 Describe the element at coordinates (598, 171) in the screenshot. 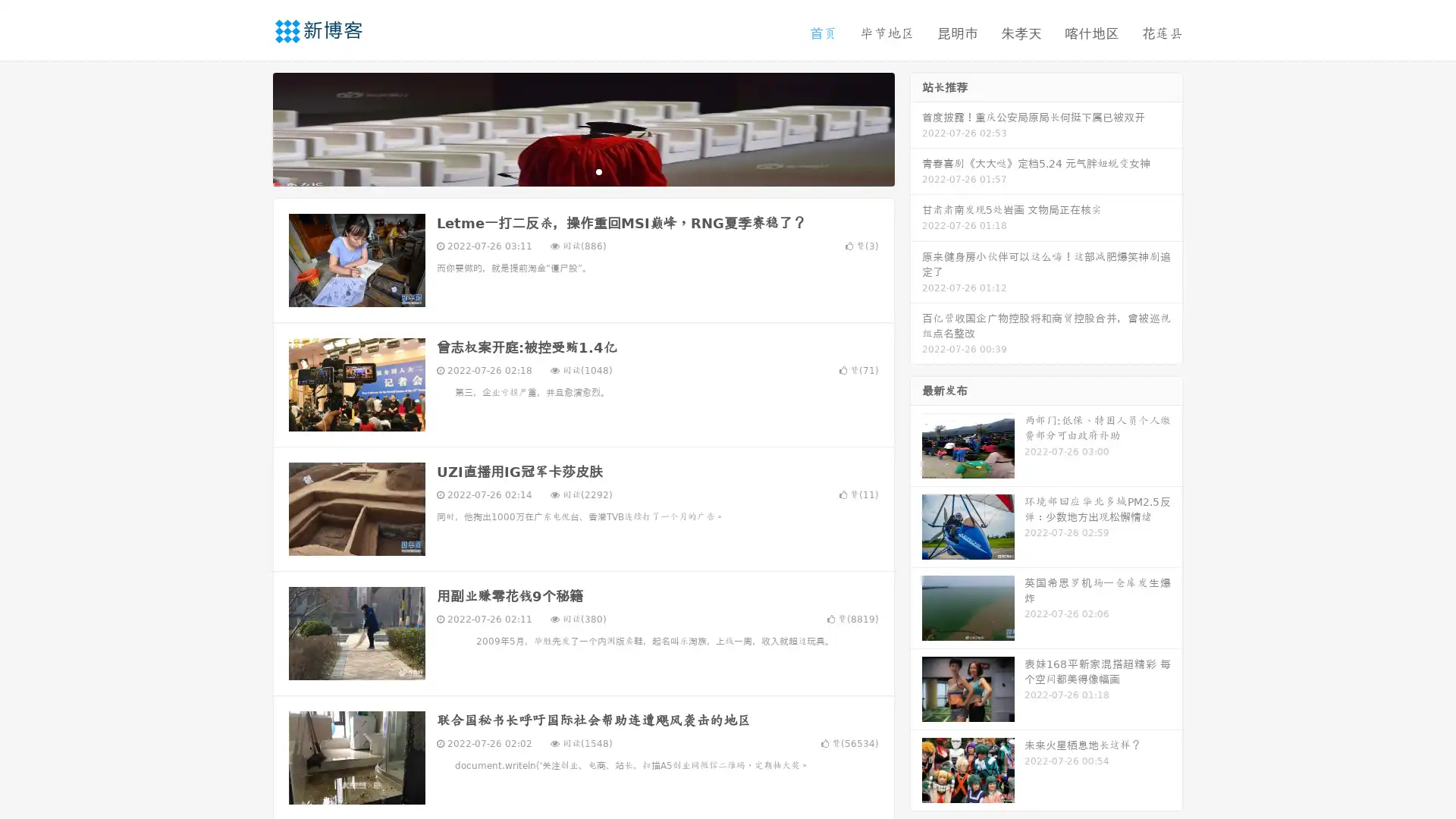

I see `Go to slide 3` at that location.